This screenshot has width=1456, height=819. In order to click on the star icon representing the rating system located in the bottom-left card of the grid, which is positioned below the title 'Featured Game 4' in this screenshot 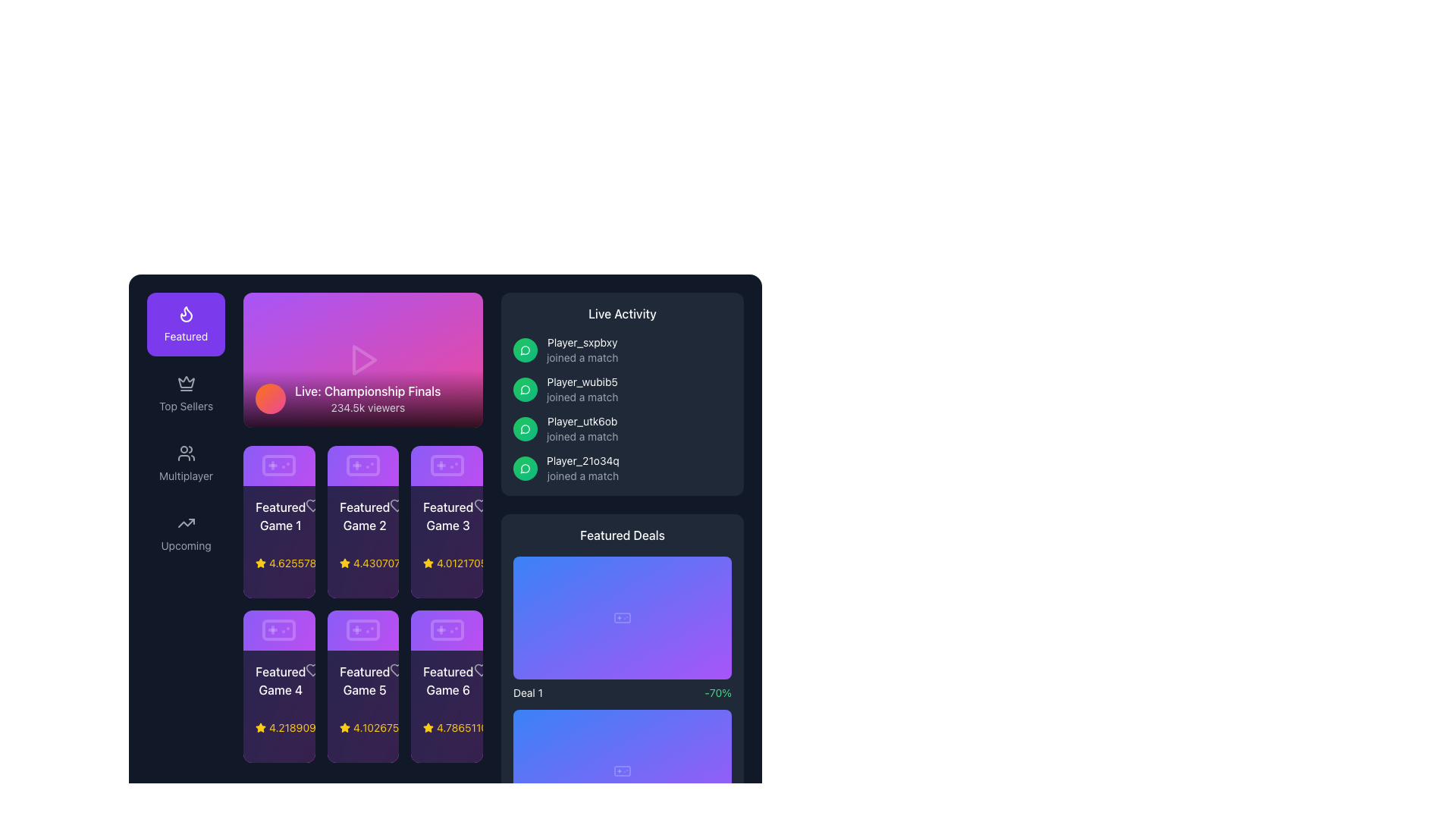, I will do `click(261, 727)`.